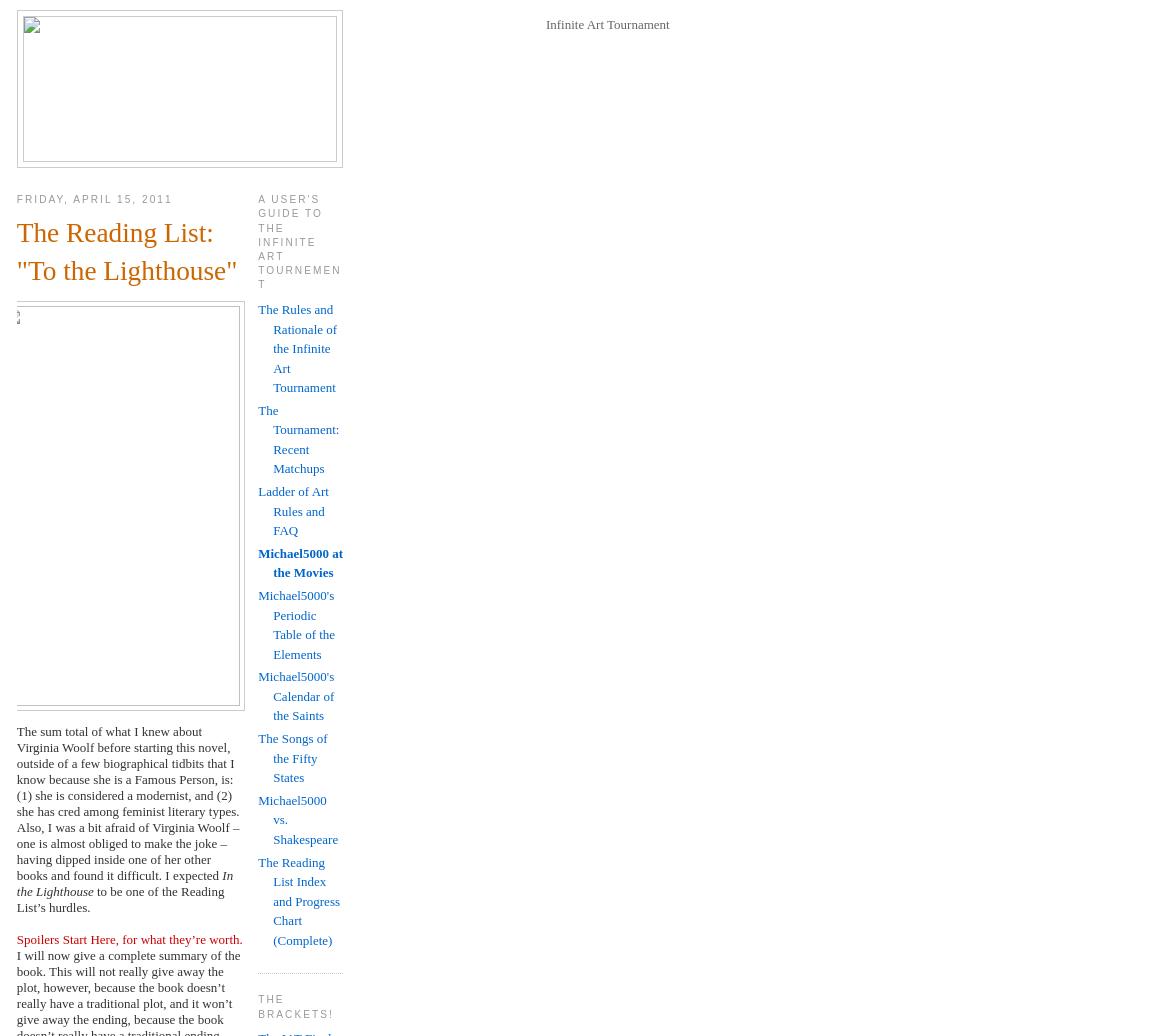 This screenshot has width=1176, height=1036. What do you see at coordinates (296, 818) in the screenshot?
I see `'Michael5000 vs. Shakespeare'` at bounding box center [296, 818].